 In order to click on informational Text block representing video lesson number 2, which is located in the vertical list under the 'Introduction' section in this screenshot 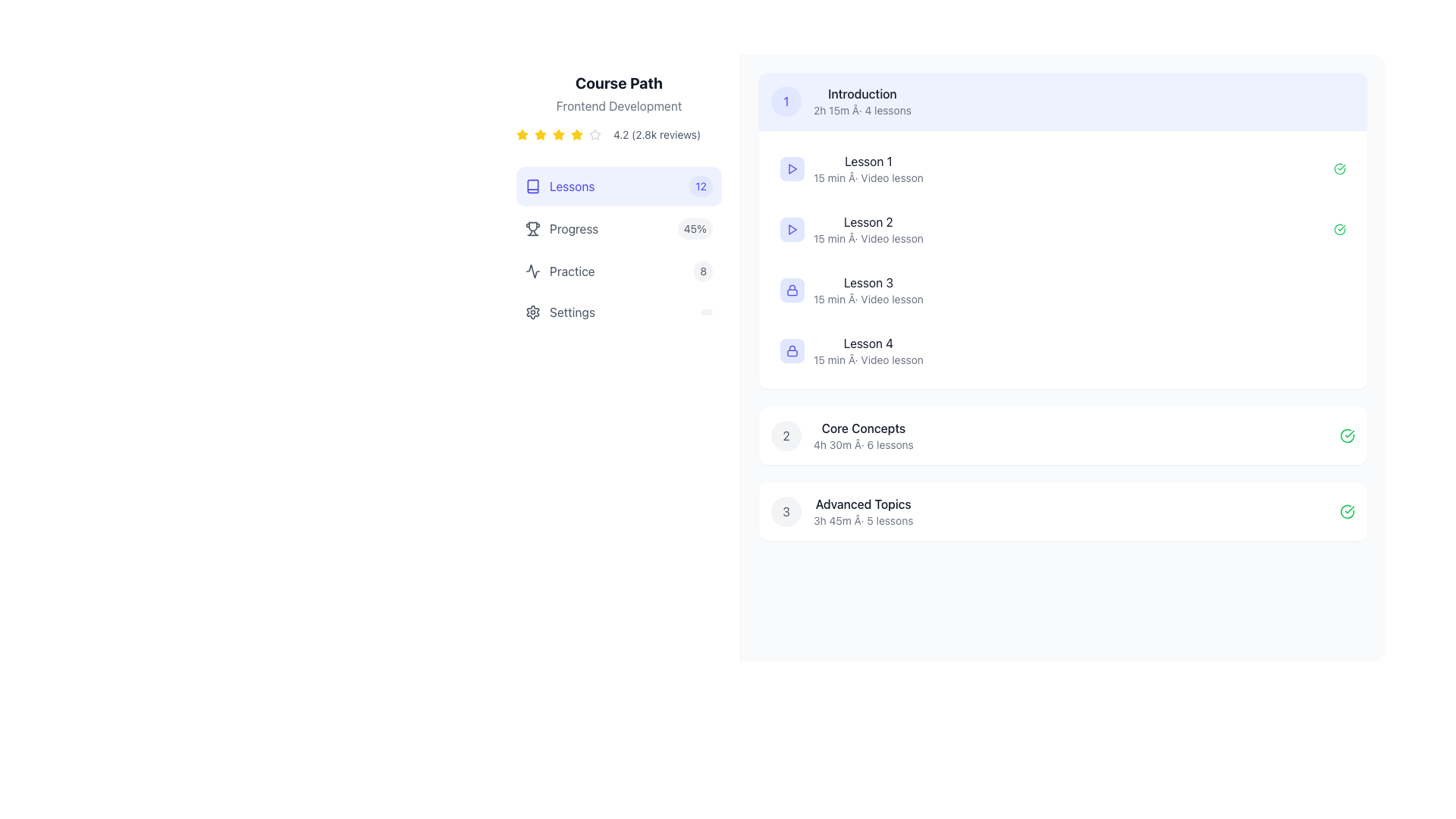, I will do `click(868, 230)`.